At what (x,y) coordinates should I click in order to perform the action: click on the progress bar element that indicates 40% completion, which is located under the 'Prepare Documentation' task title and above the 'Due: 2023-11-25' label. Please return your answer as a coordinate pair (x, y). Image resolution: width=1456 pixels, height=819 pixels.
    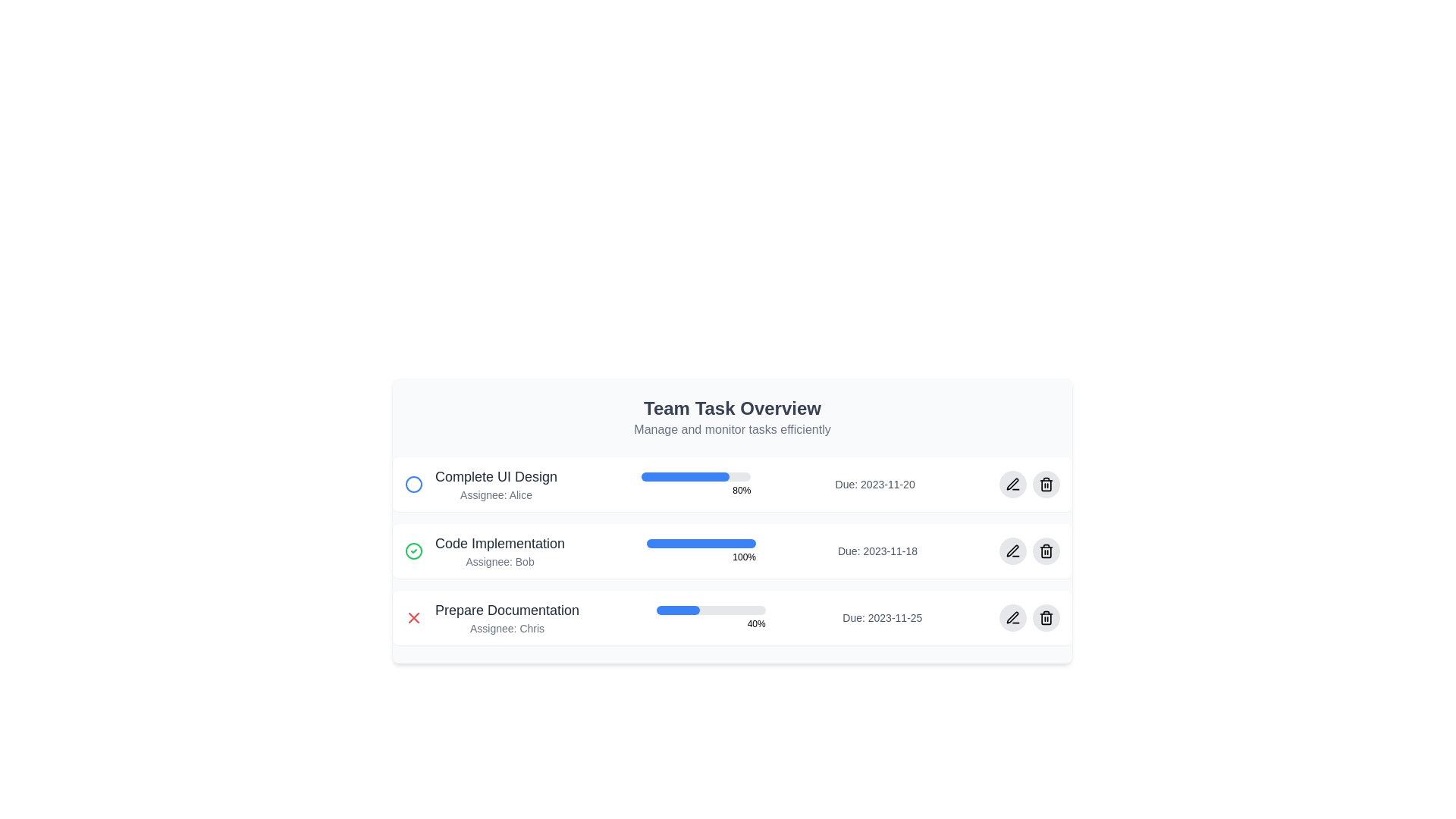
    Looking at the image, I should click on (710, 617).